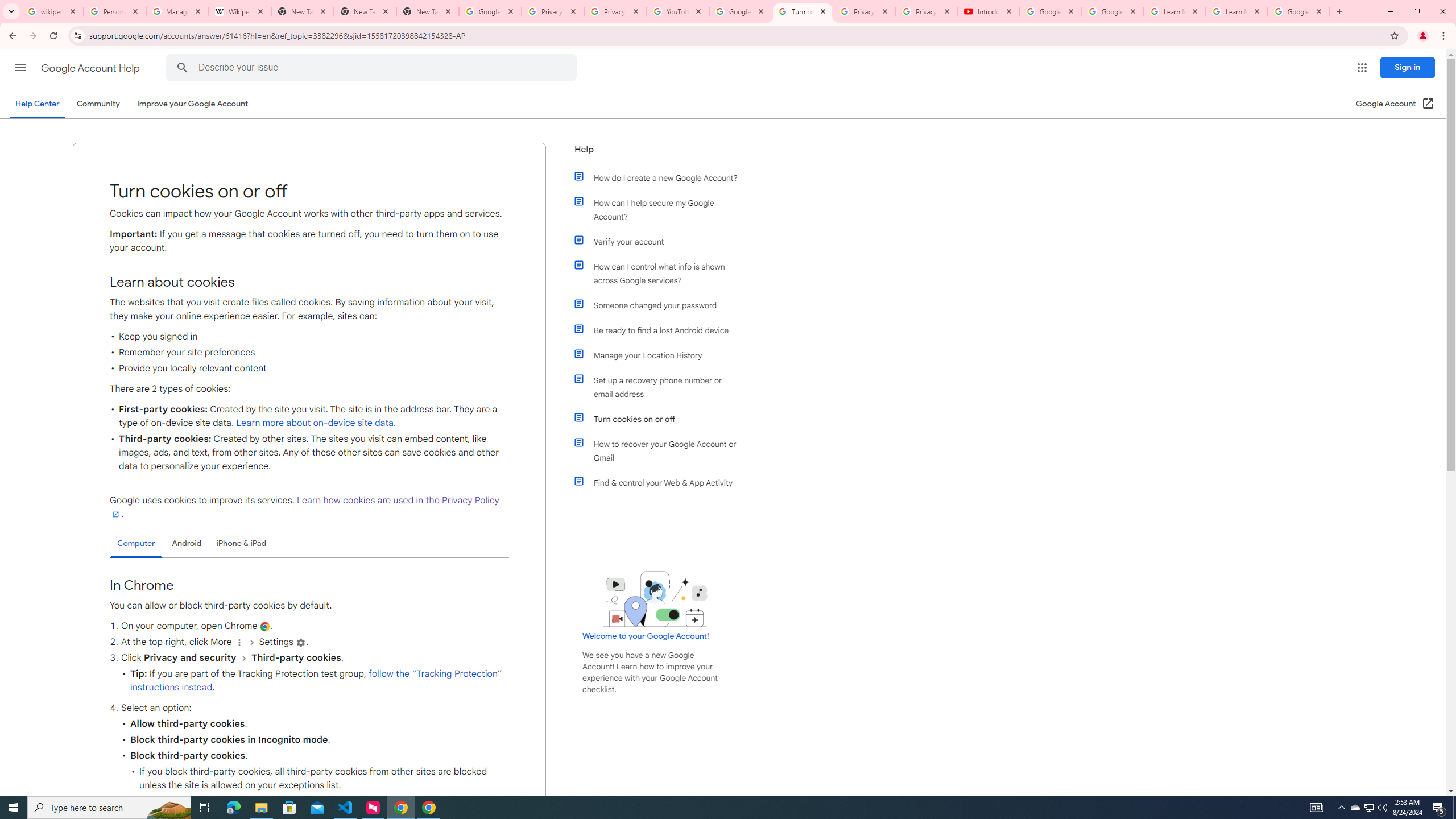 Image resolution: width=1456 pixels, height=819 pixels. I want to click on 'Learn more about on-device site data.', so click(315, 423).